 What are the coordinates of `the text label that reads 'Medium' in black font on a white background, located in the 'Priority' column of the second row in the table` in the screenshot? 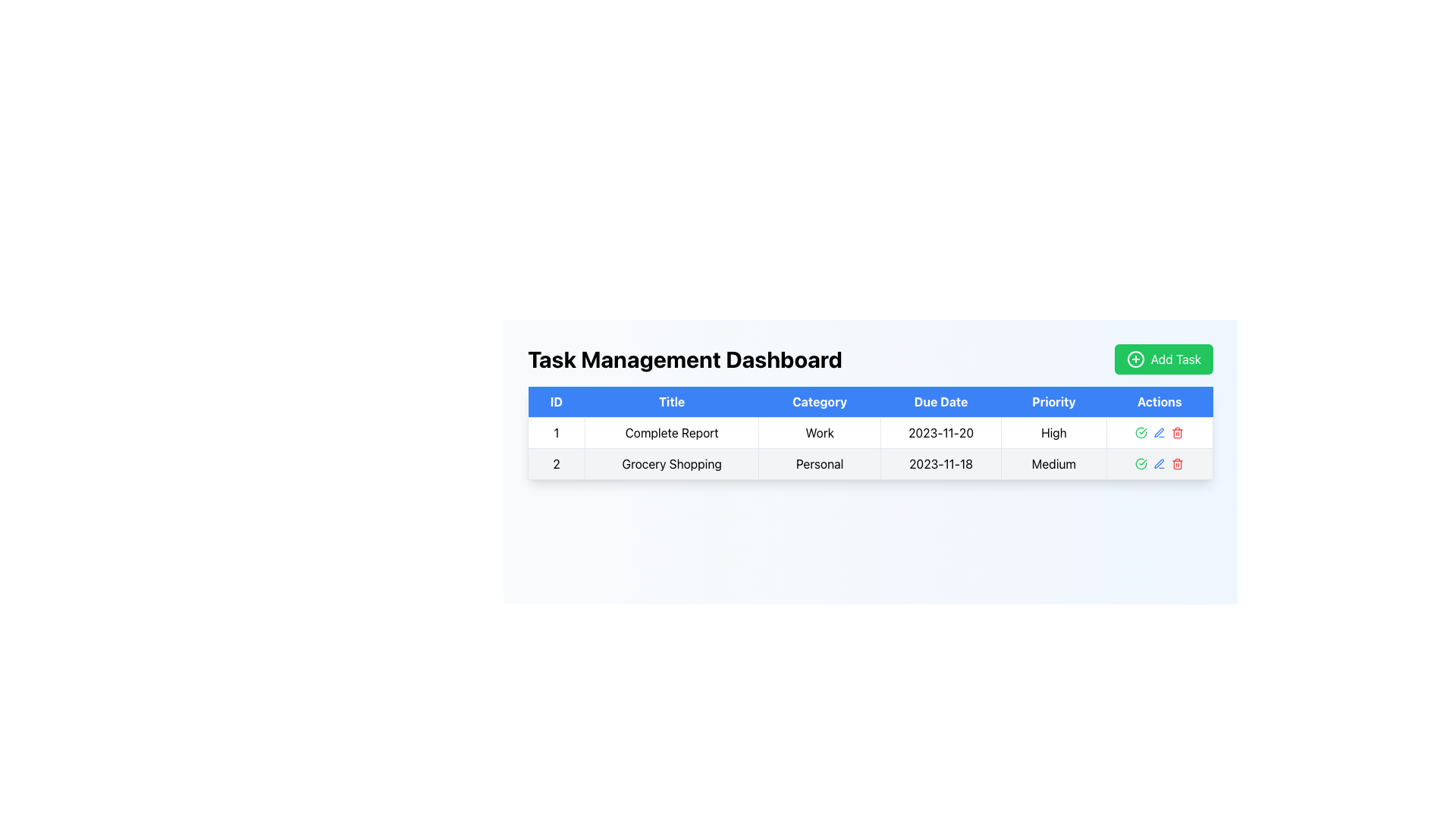 It's located at (1053, 463).